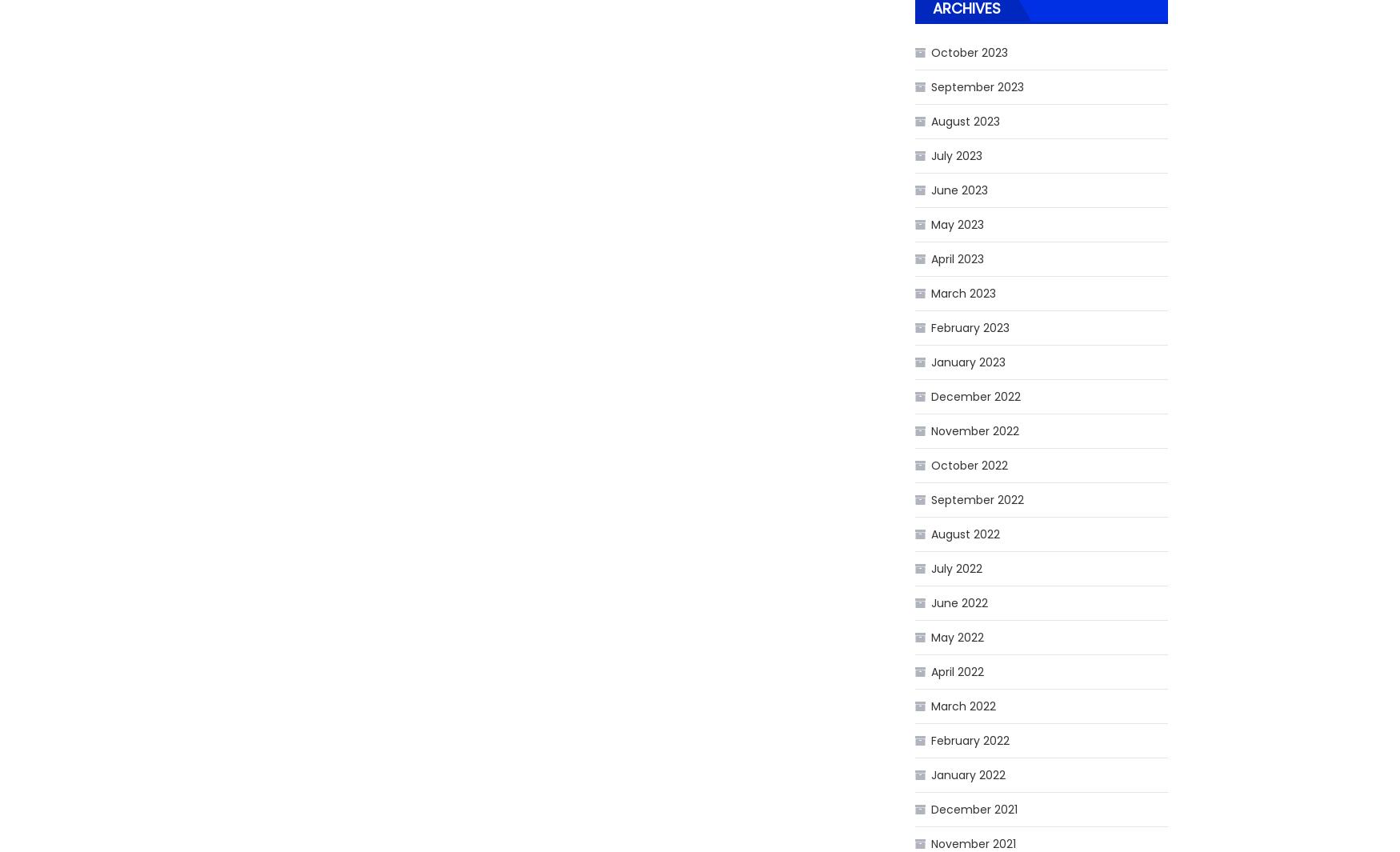  I want to click on 'December 2022', so click(975, 395).